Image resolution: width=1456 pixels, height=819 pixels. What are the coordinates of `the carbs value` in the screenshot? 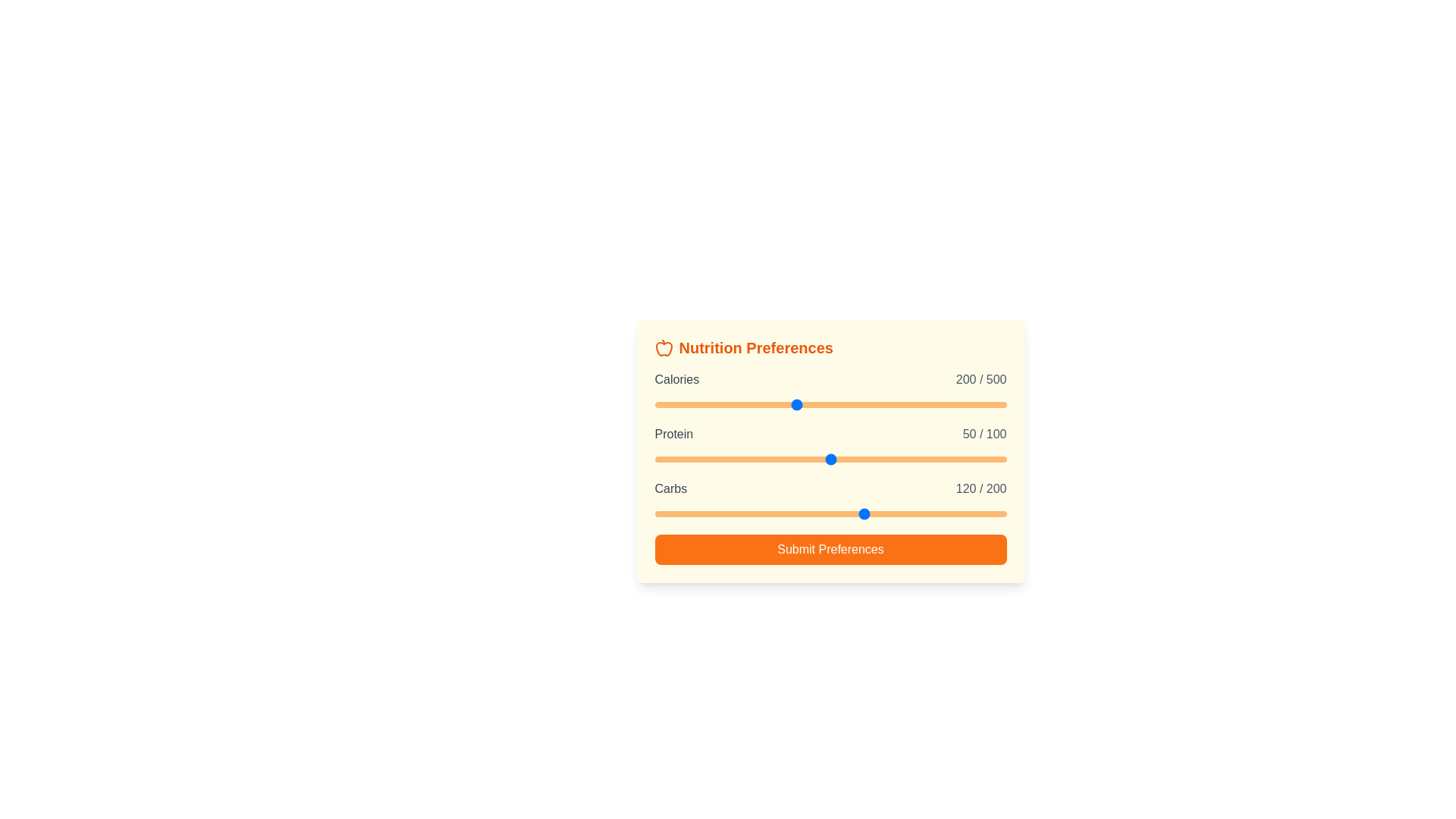 It's located at (892, 513).